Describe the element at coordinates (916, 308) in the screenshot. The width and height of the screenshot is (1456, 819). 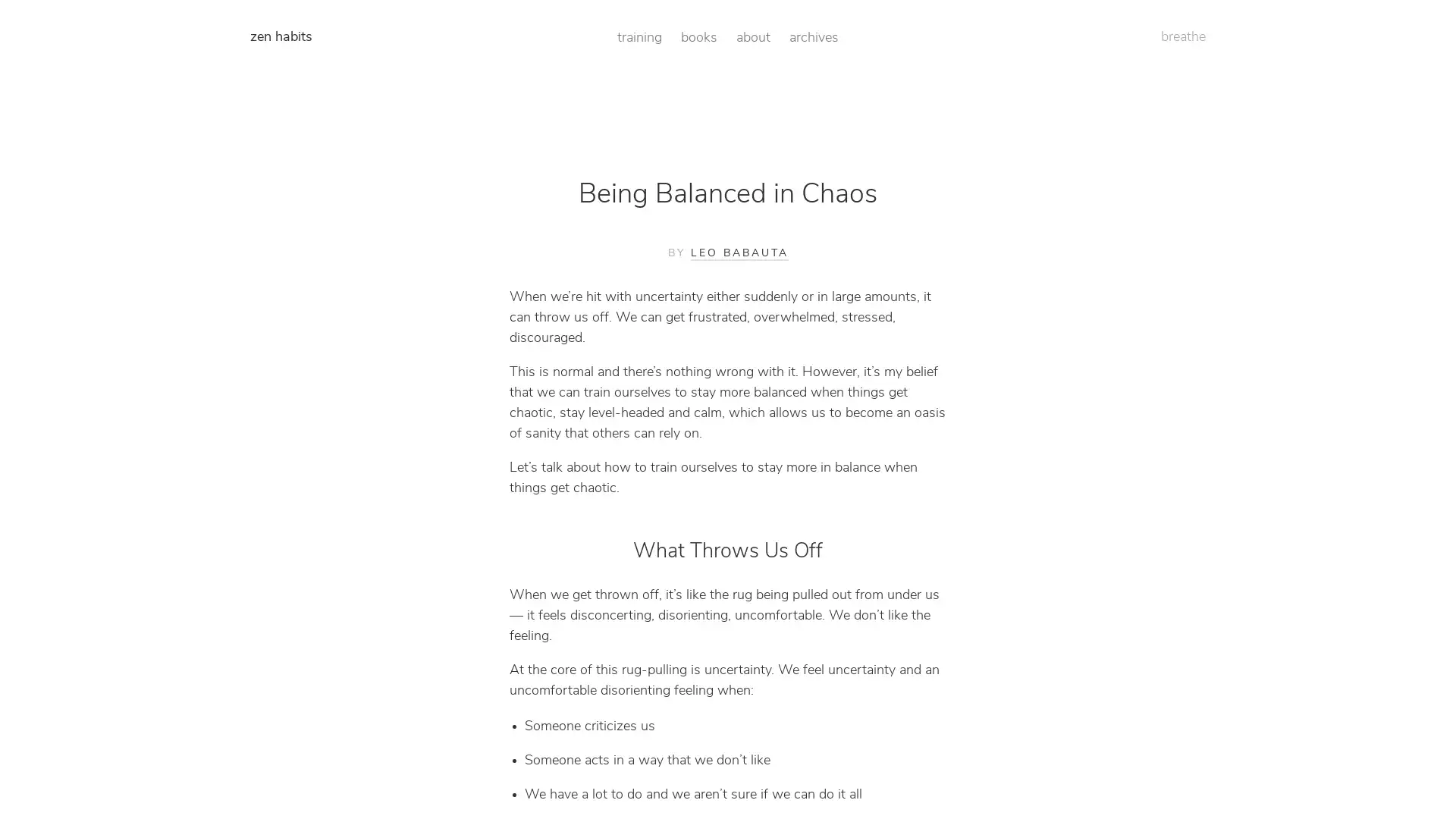
I see `Get Access` at that location.